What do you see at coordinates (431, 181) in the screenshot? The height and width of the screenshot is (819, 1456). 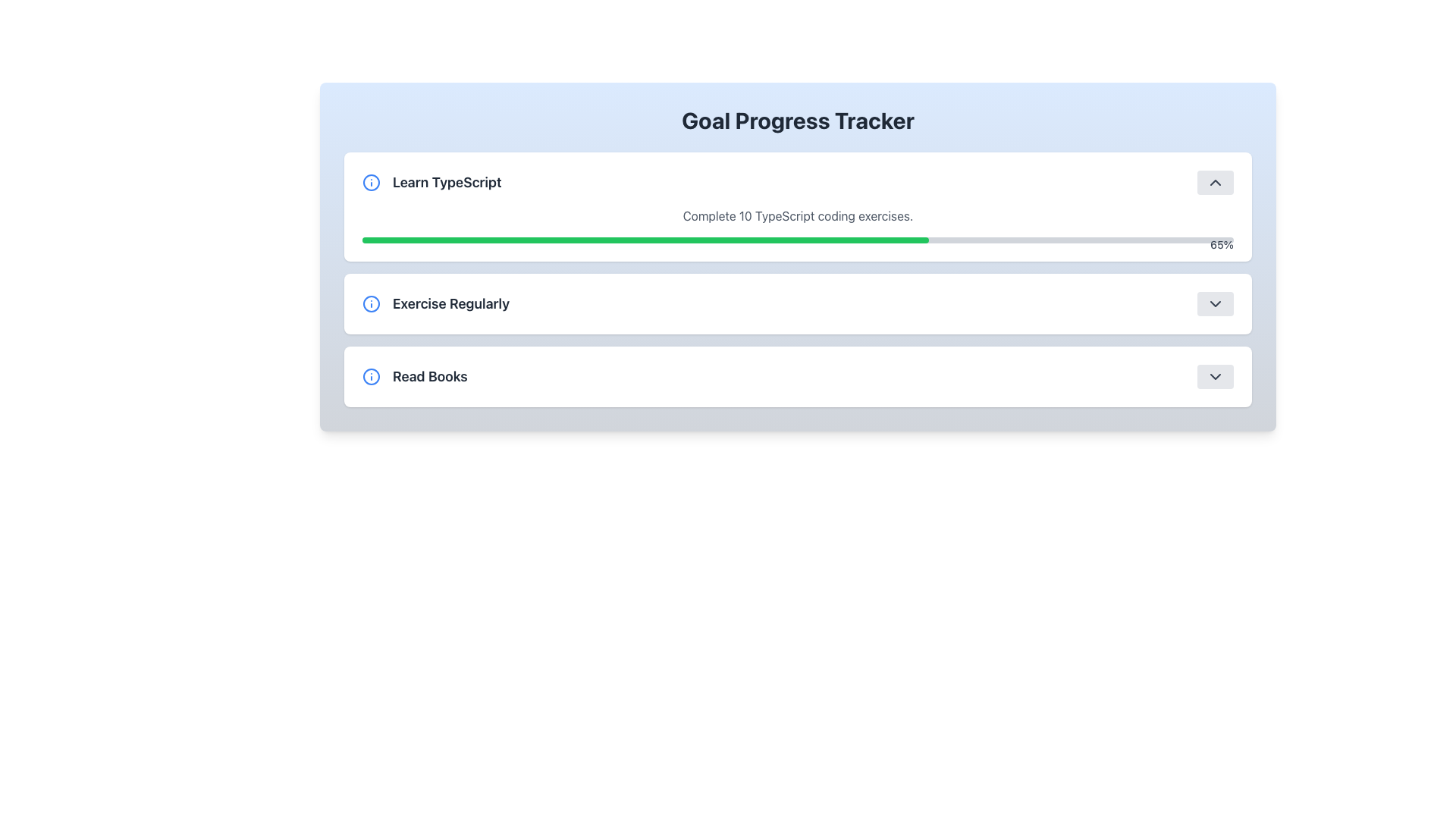 I see `the Text Label indicating the goal 'Learn TypeScript' located in the first row of the Goal Progress Tracker, positioned to the left of a progress bar` at bounding box center [431, 181].